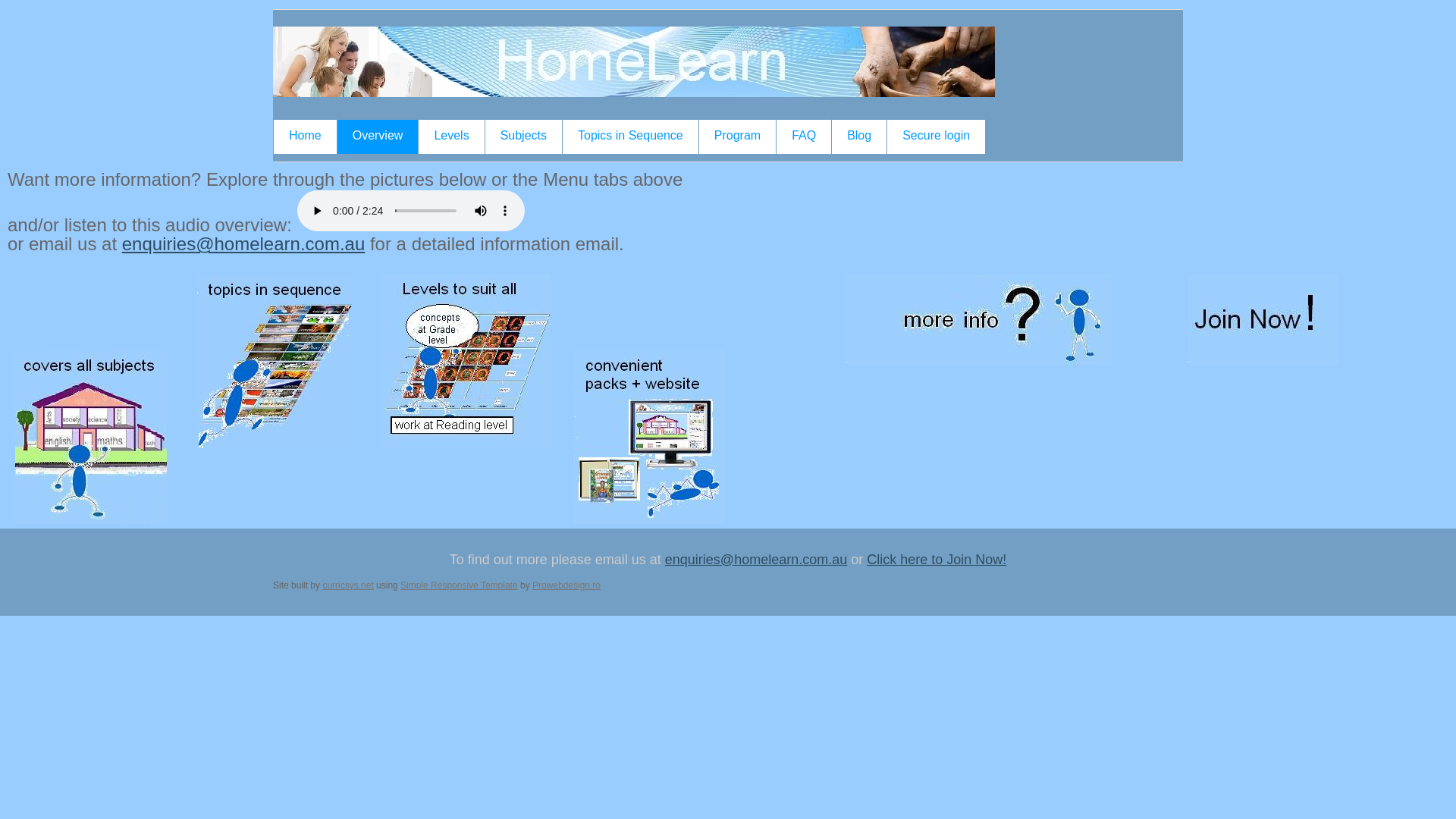 This screenshot has height=819, width=1456. I want to click on 'Overview', so click(378, 136).